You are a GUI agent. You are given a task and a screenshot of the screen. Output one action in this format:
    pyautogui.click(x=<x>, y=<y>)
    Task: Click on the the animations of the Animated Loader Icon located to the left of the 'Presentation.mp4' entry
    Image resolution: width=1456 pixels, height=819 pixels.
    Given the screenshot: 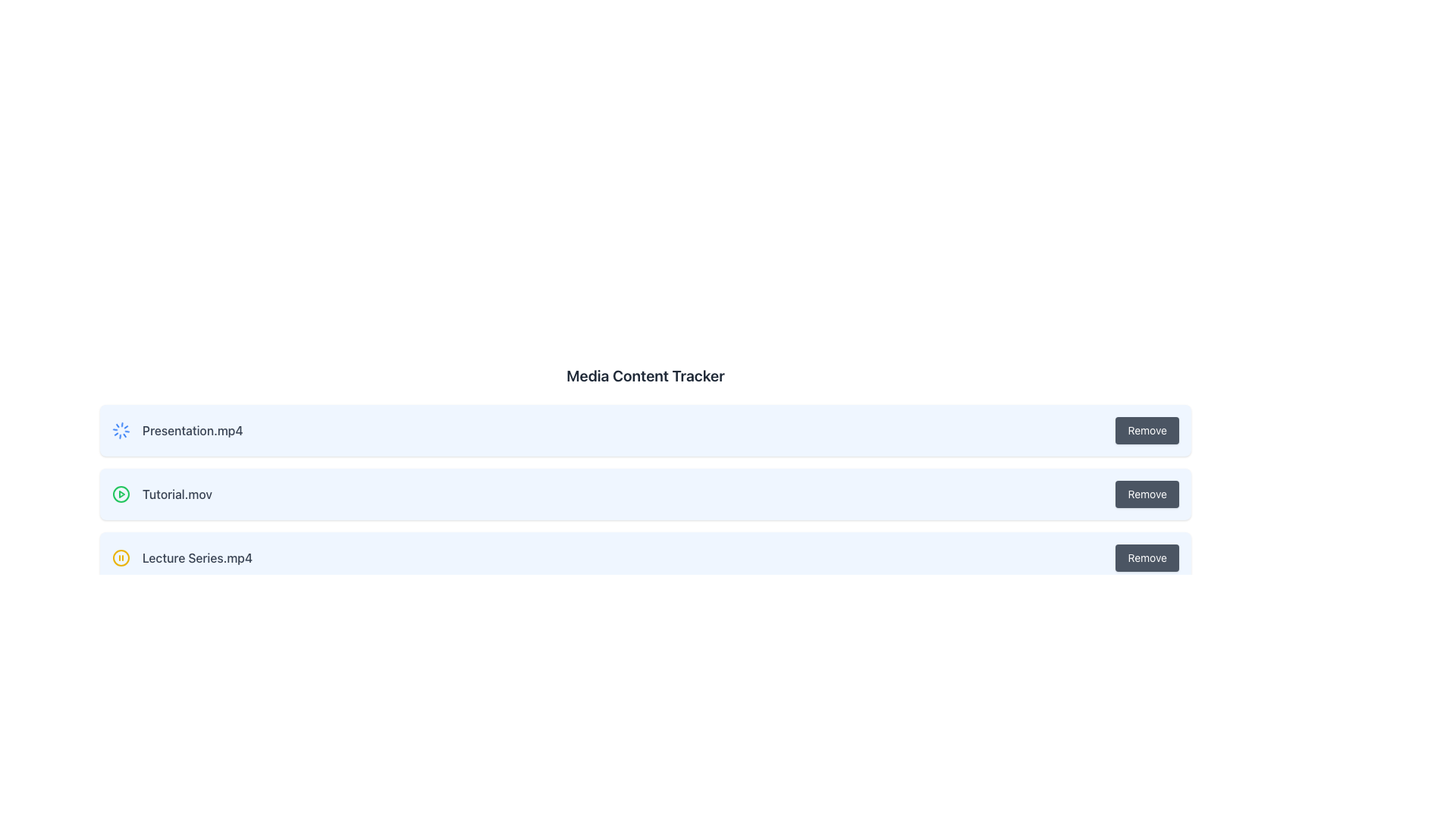 What is the action you would take?
    pyautogui.click(x=120, y=430)
    